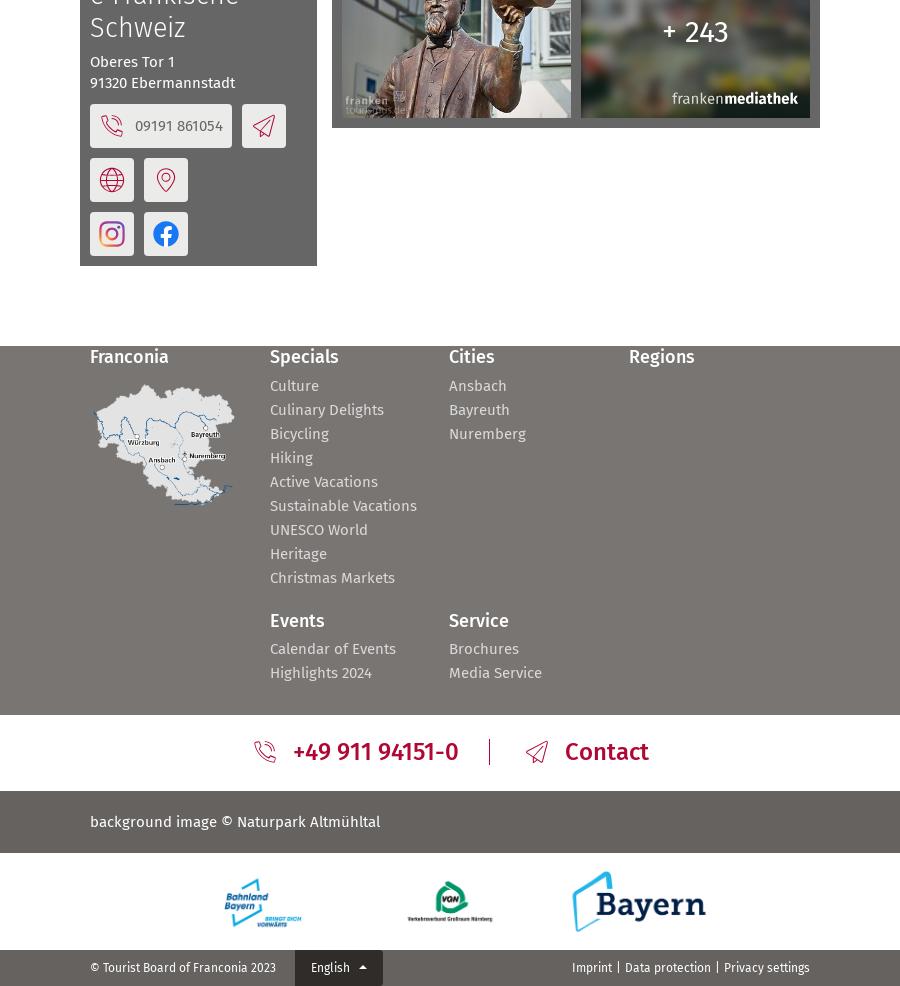 The width and height of the screenshot is (900, 986). What do you see at coordinates (303, 356) in the screenshot?
I see `'Specials'` at bounding box center [303, 356].